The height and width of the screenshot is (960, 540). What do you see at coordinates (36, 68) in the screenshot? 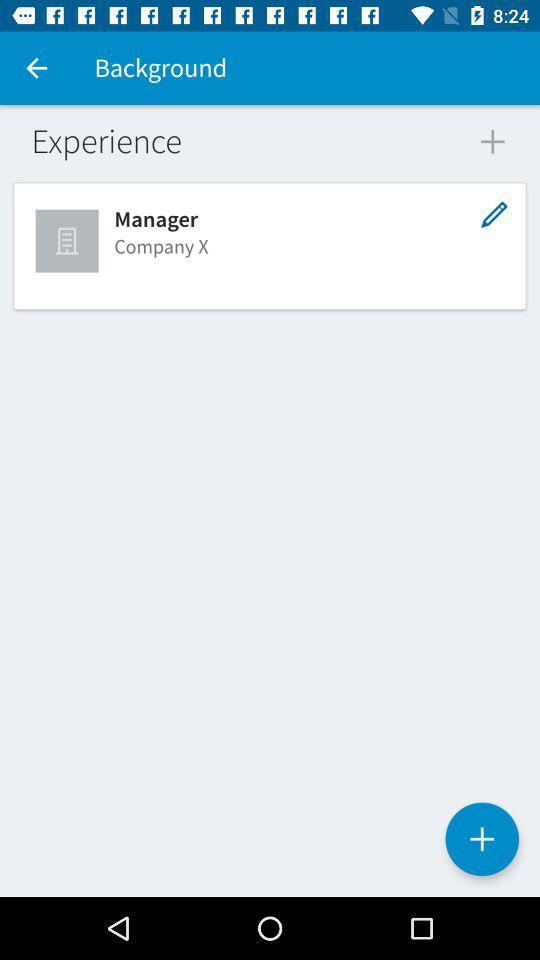
I see `the item to the left of the background icon` at bounding box center [36, 68].